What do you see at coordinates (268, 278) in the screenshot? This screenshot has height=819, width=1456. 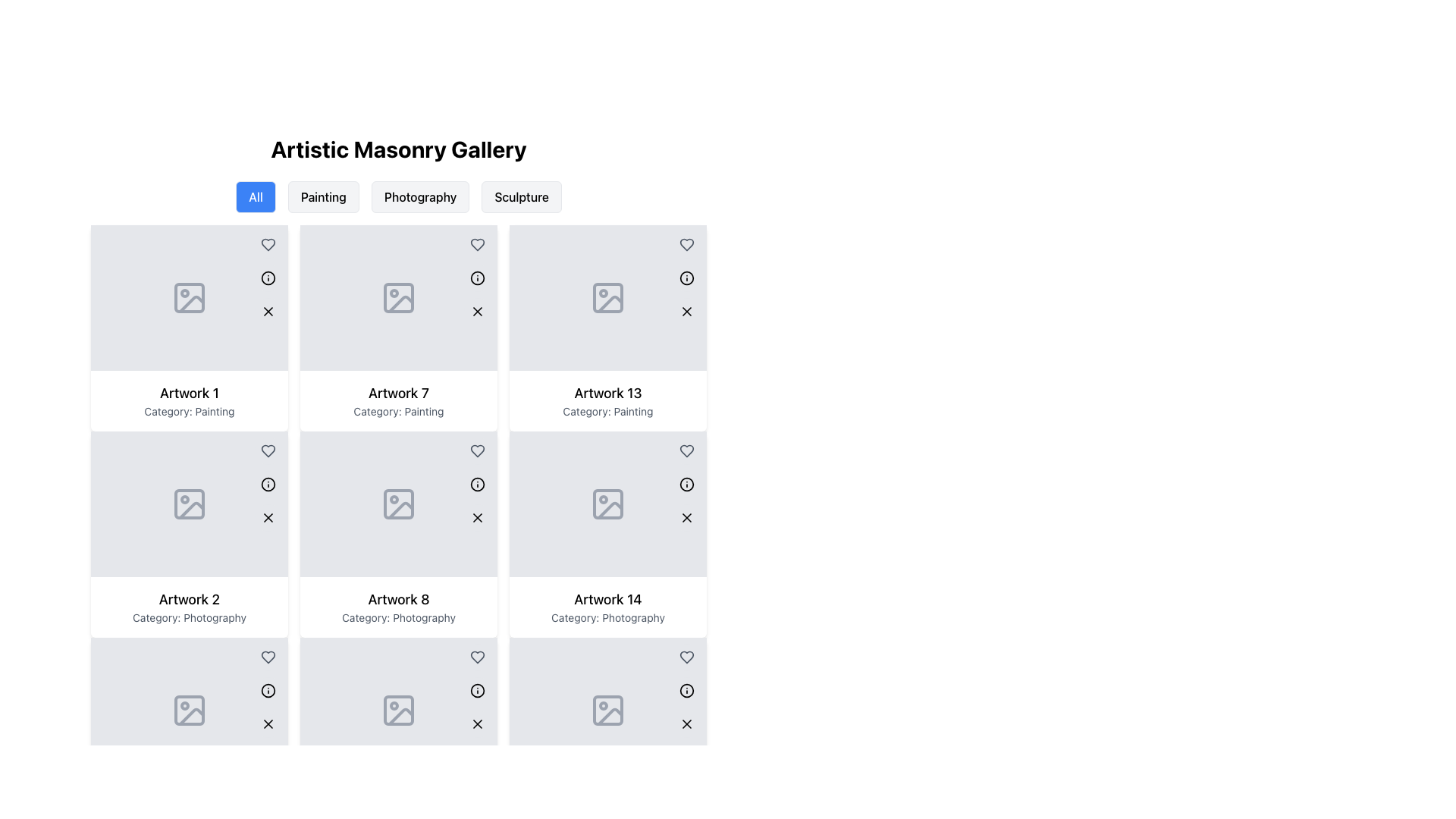 I see `the middle circular icon containing an 'i' symbol at the top right corner of the 'Artwork 1' card` at bounding box center [268, 278].